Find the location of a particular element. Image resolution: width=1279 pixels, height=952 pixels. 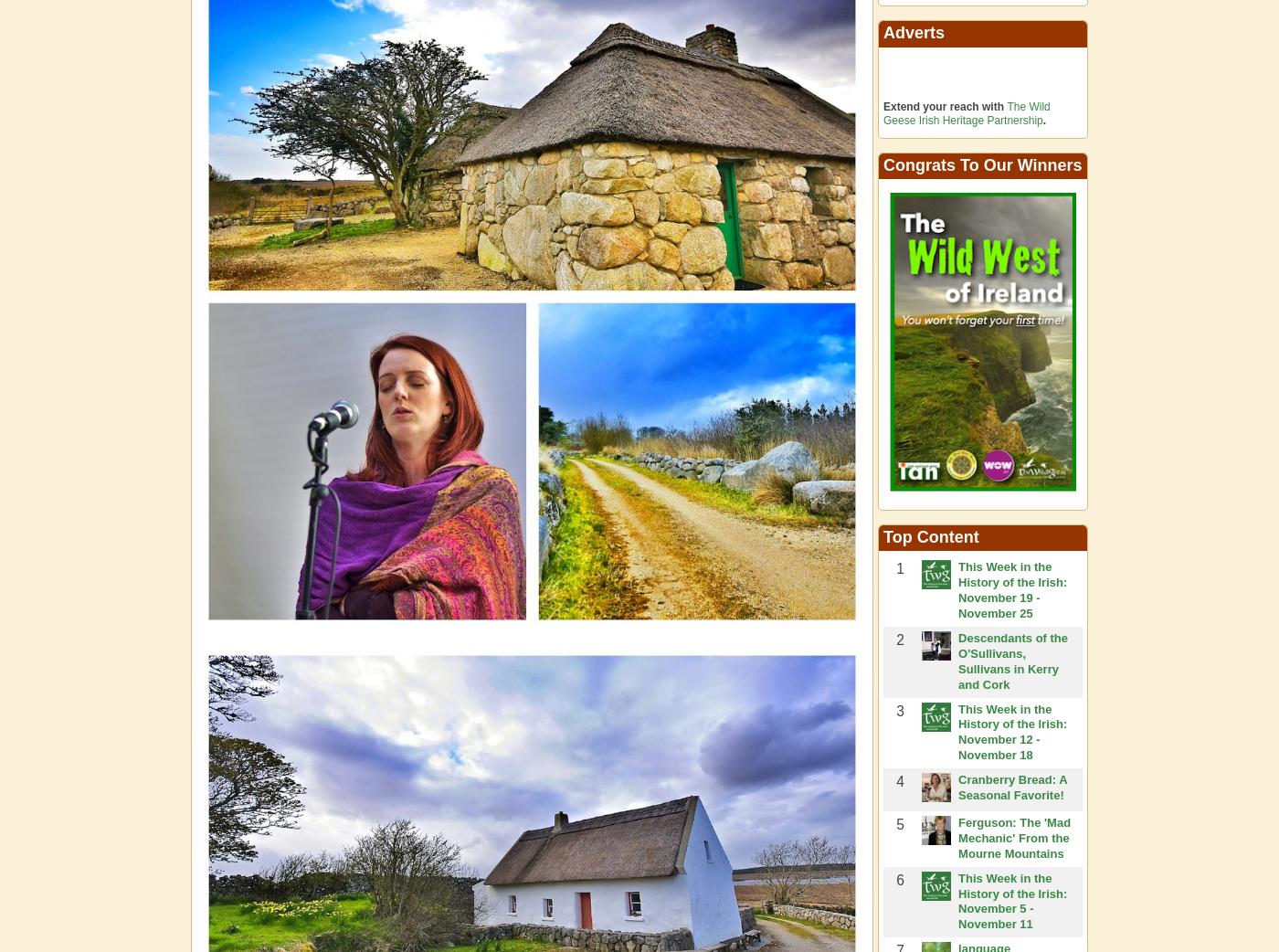

'The Wild Geese Irish Heritage Partnership' is located at coordinates (882, 112).